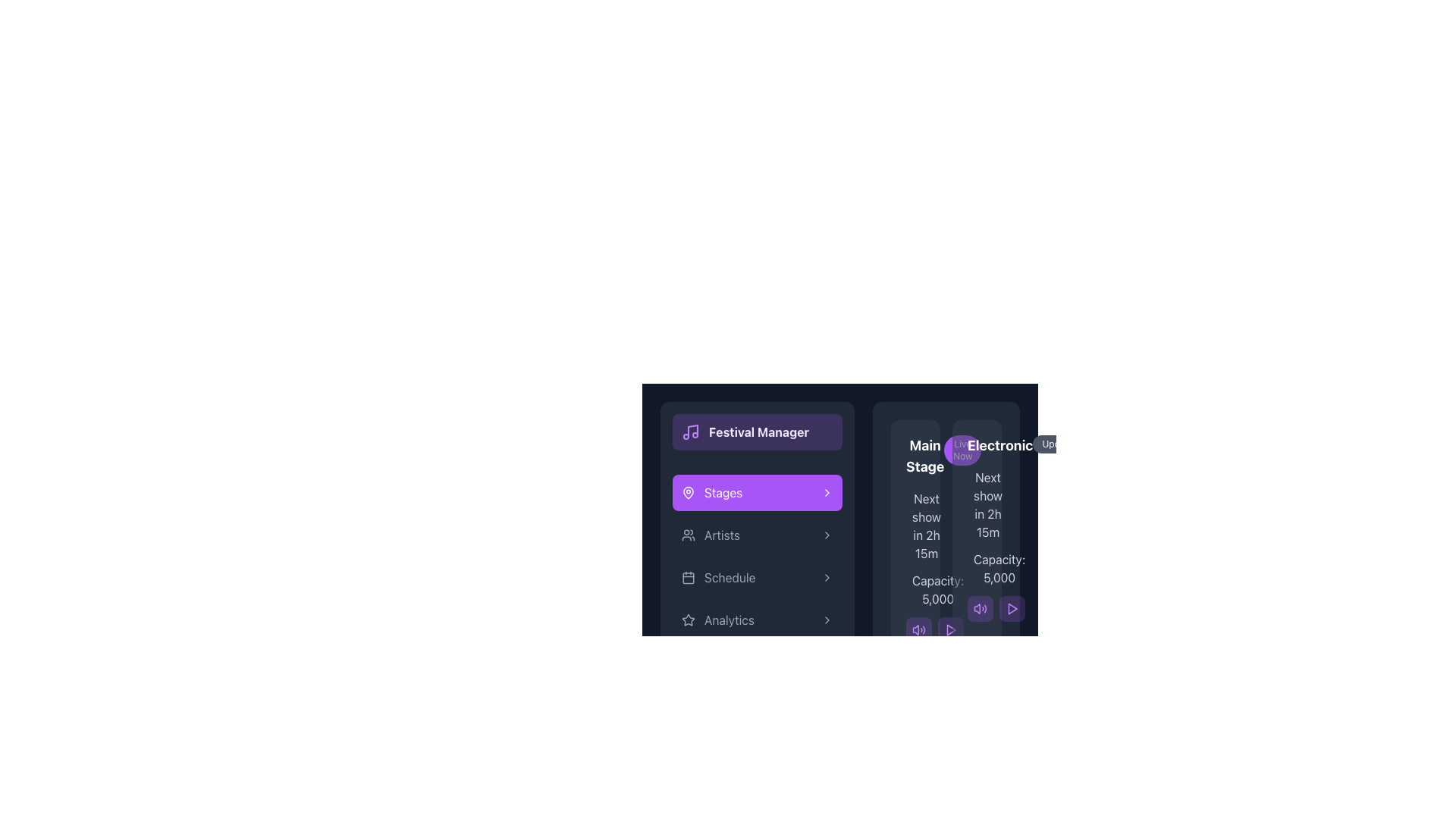 This screenshot has height=819, width=1456. I want to click on the Schedule icon located in the vertical menu on the left side of the interface, which helps users quickly identify the Schedule section, so click(687, 578).